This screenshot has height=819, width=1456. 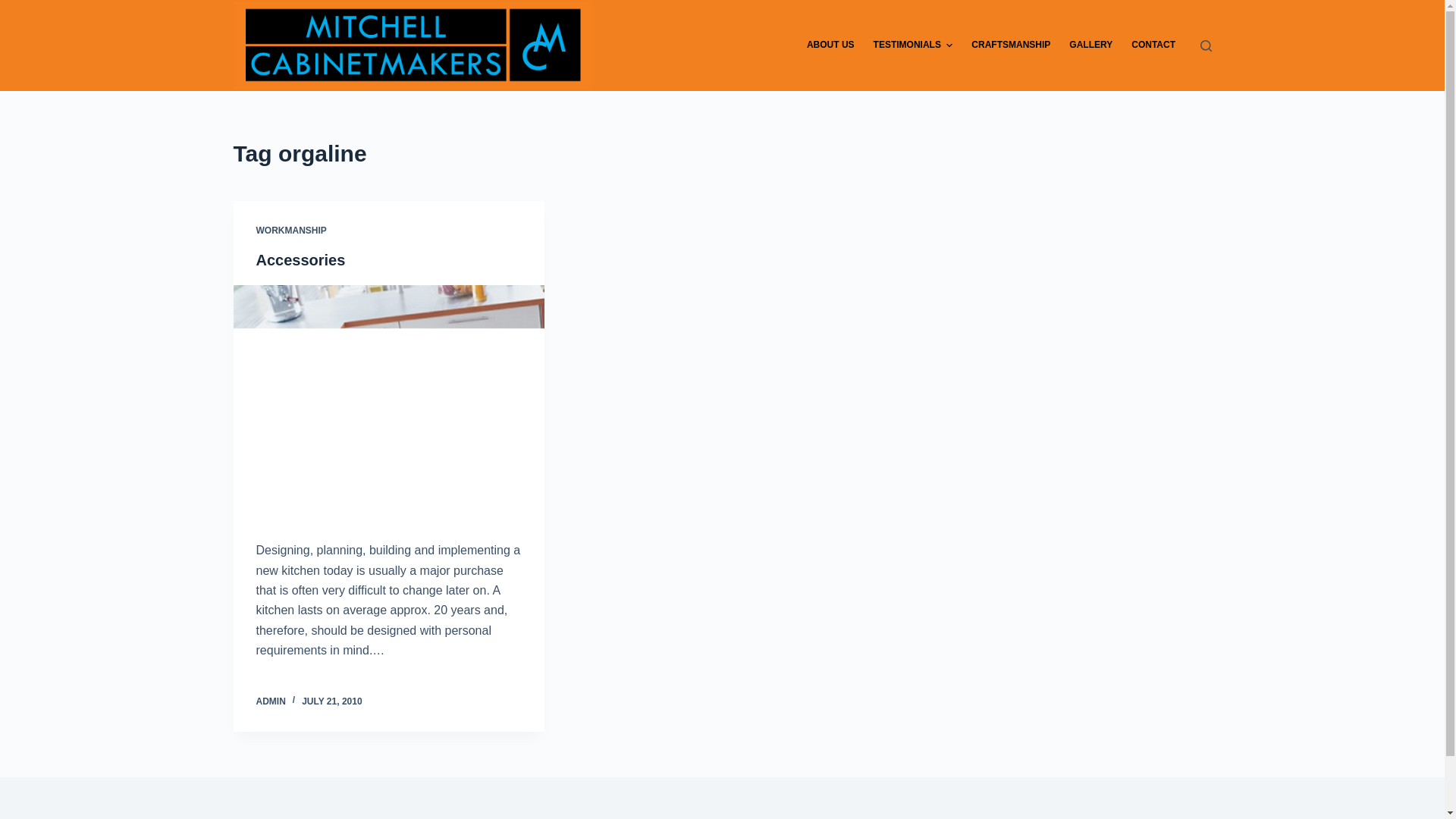 I want to click on 'CONTACT', so click(x=1153, y=45).